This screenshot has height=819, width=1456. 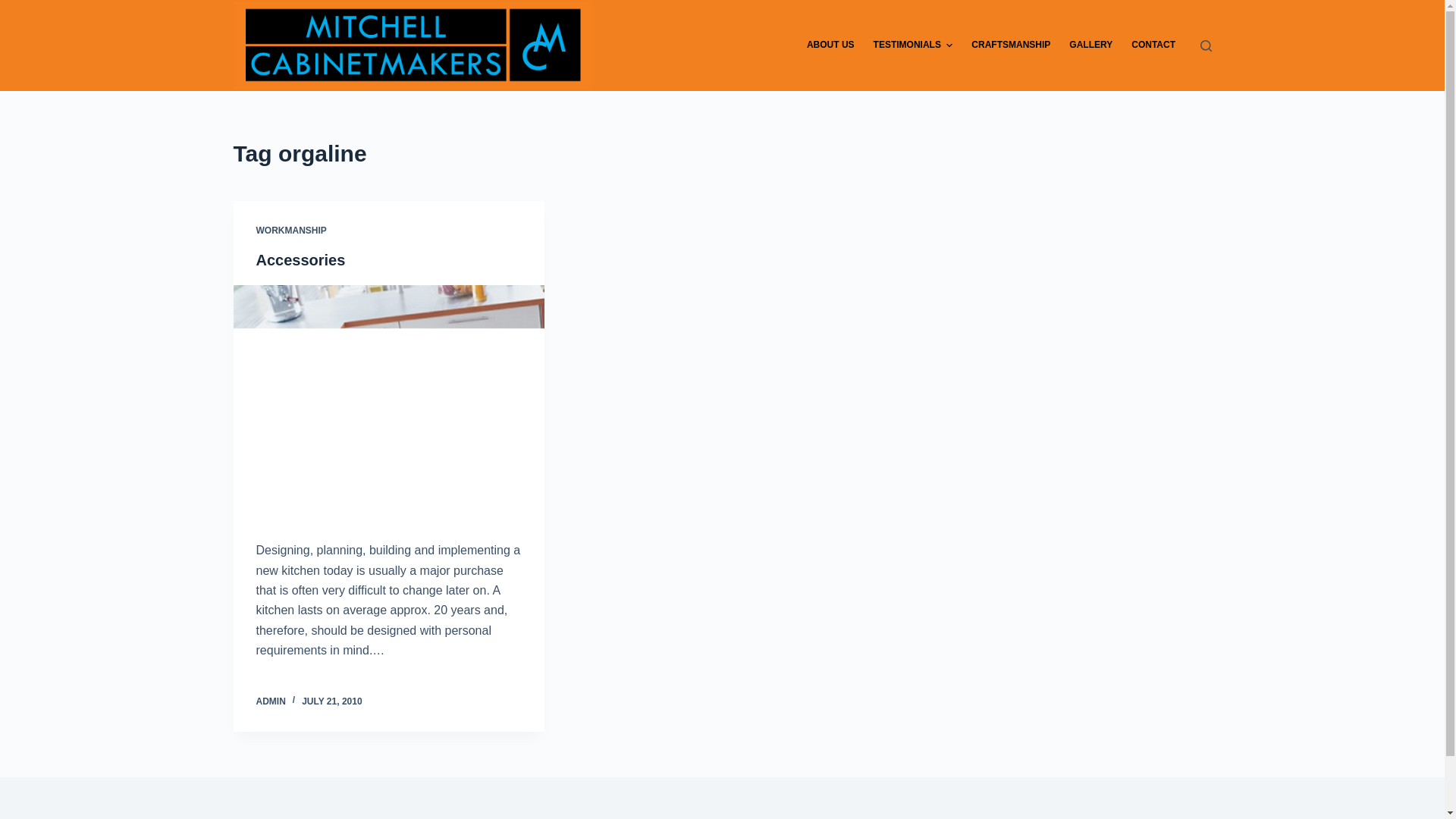 I want to click on 'CONTACT', so click(x=1153, y=45).